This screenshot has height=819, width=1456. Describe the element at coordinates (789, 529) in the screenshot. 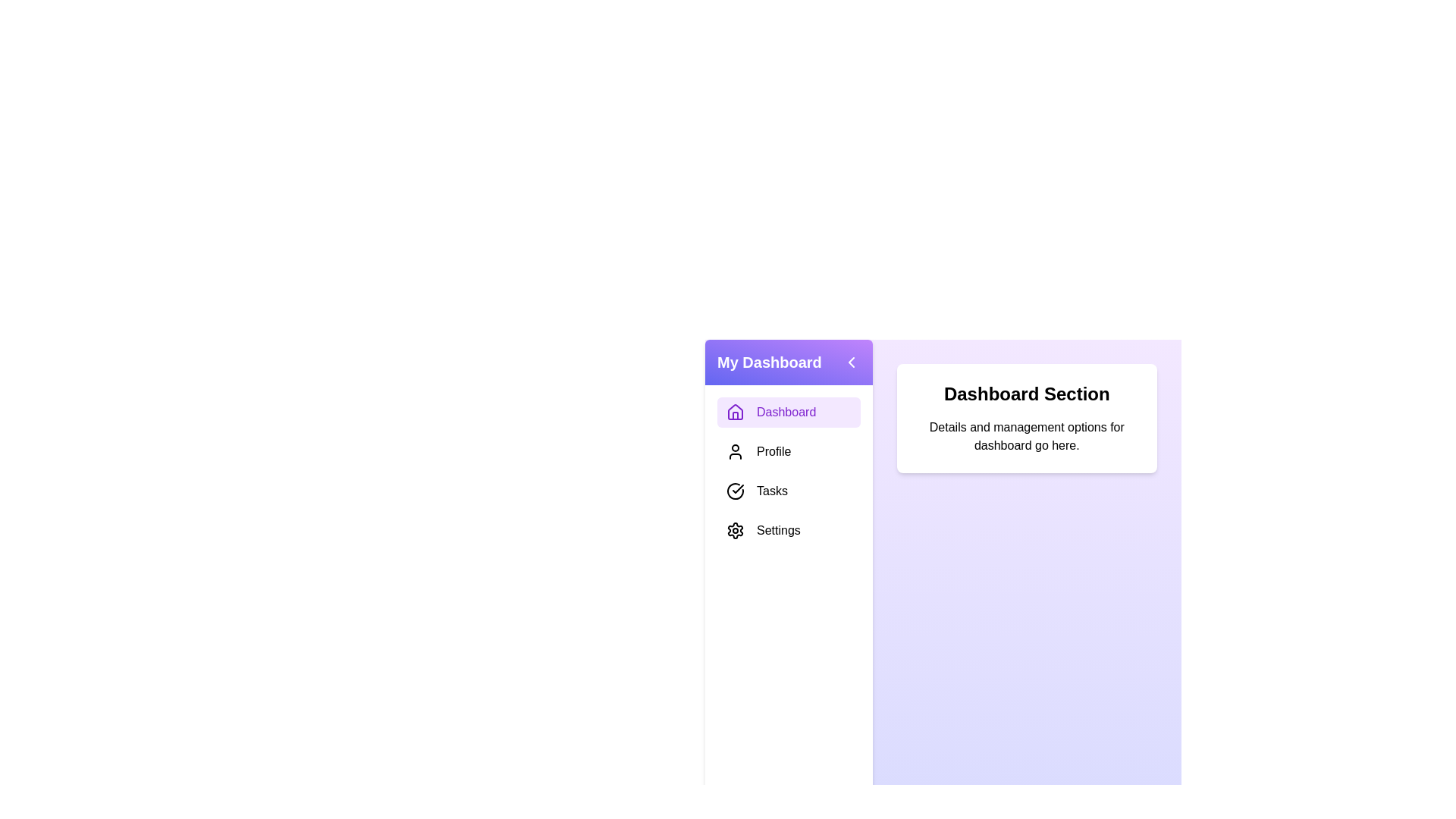

I see `the fourth menu item in the vertical menu` at that location.